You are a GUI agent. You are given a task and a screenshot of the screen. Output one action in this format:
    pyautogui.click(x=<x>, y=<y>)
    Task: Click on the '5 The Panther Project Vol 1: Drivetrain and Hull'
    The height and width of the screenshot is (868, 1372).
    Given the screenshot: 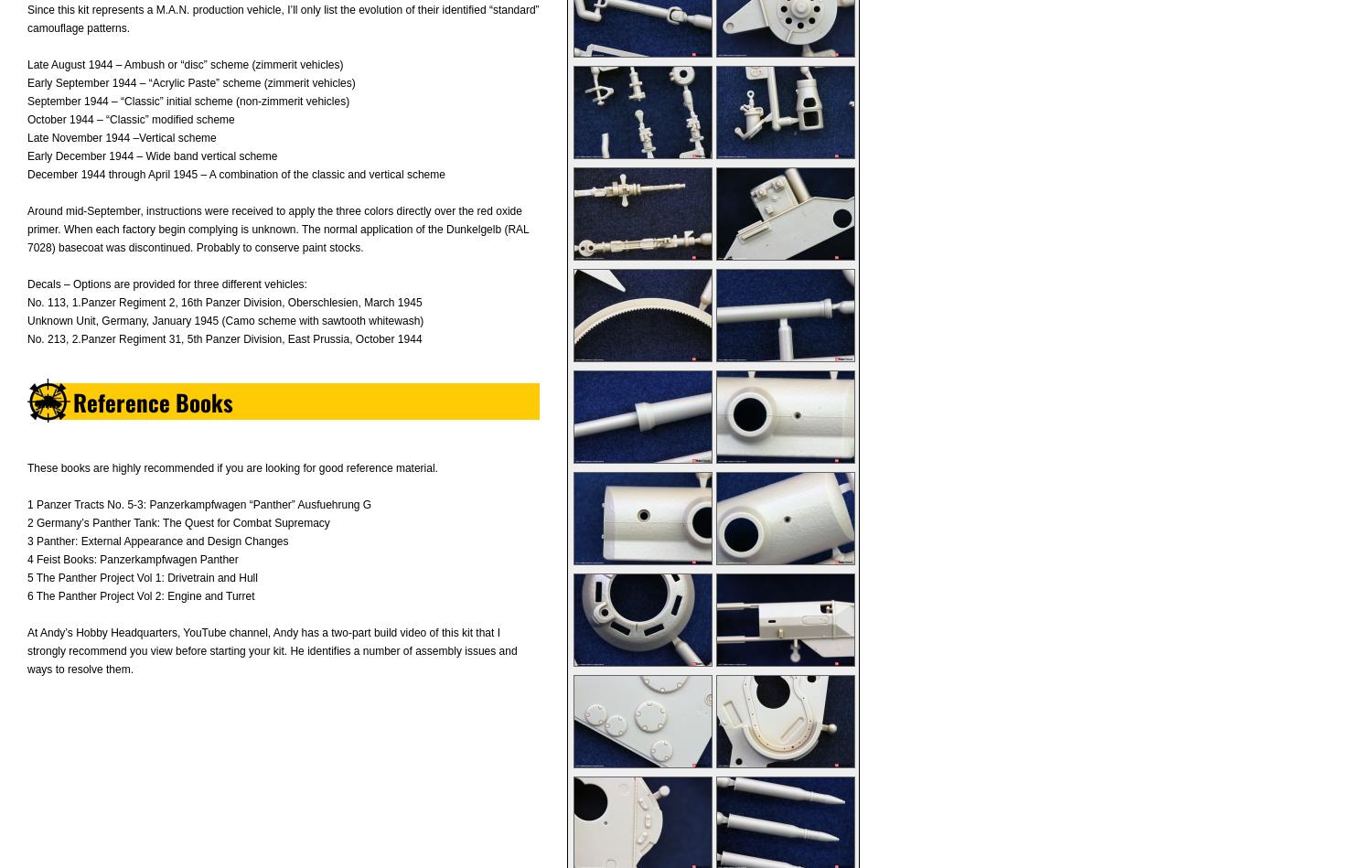 What is the action you would take?
    pyautogui.click(x=142, y=577)
    